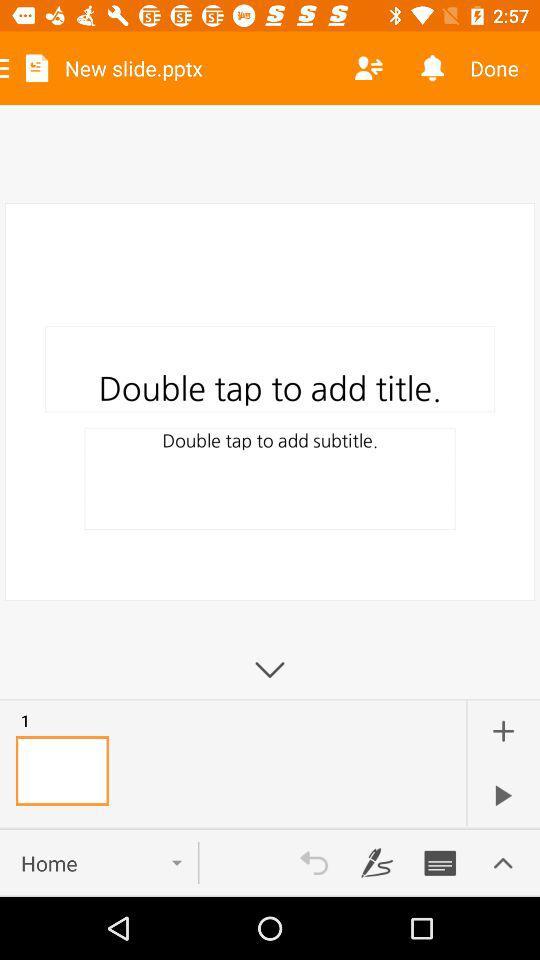 Image resolution: width=540 pixels, height=960 pixels. I want to click on more, so click(502, 730).